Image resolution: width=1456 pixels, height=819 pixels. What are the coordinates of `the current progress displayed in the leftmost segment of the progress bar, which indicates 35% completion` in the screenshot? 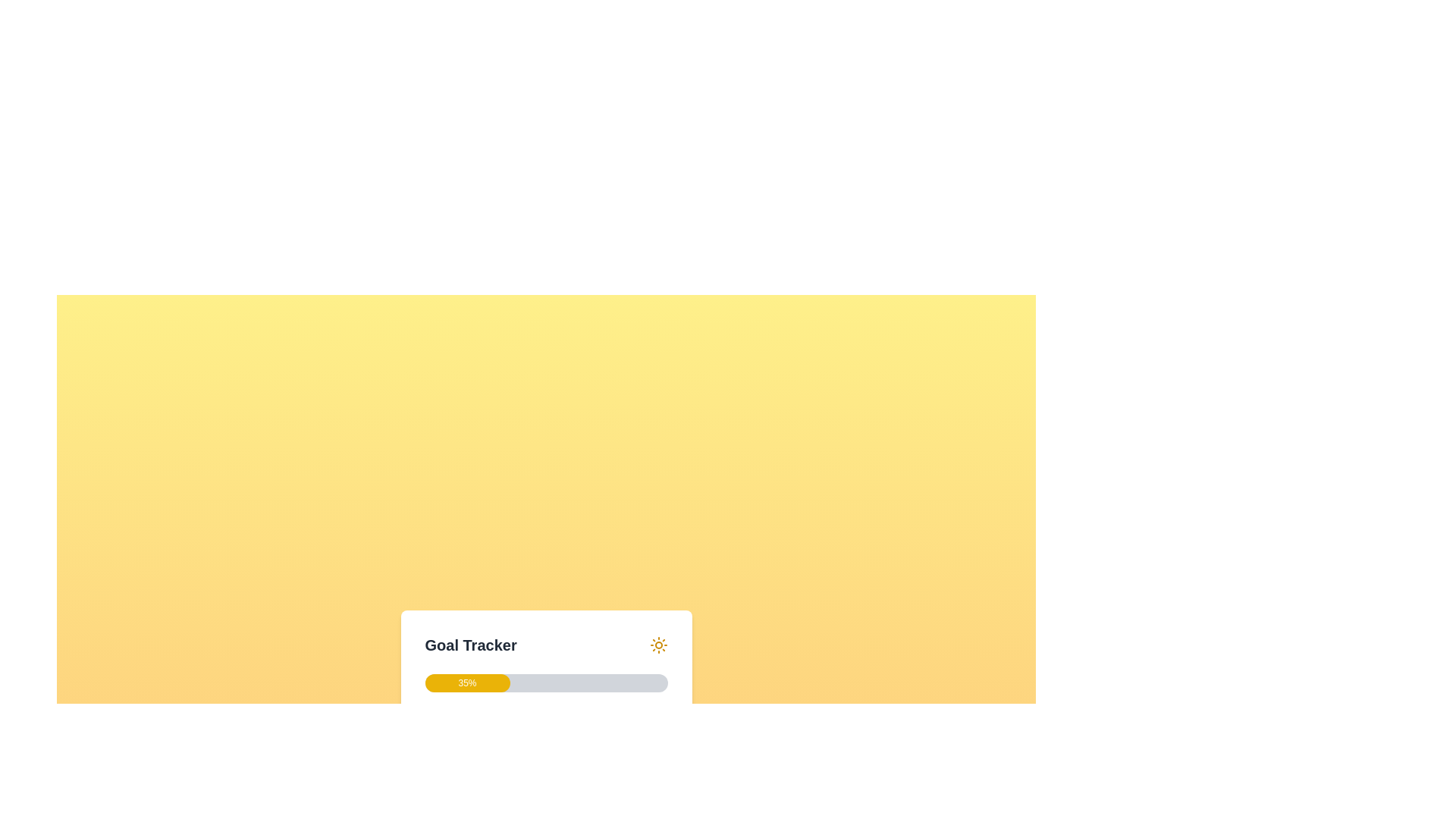 It's located at (466, 683).